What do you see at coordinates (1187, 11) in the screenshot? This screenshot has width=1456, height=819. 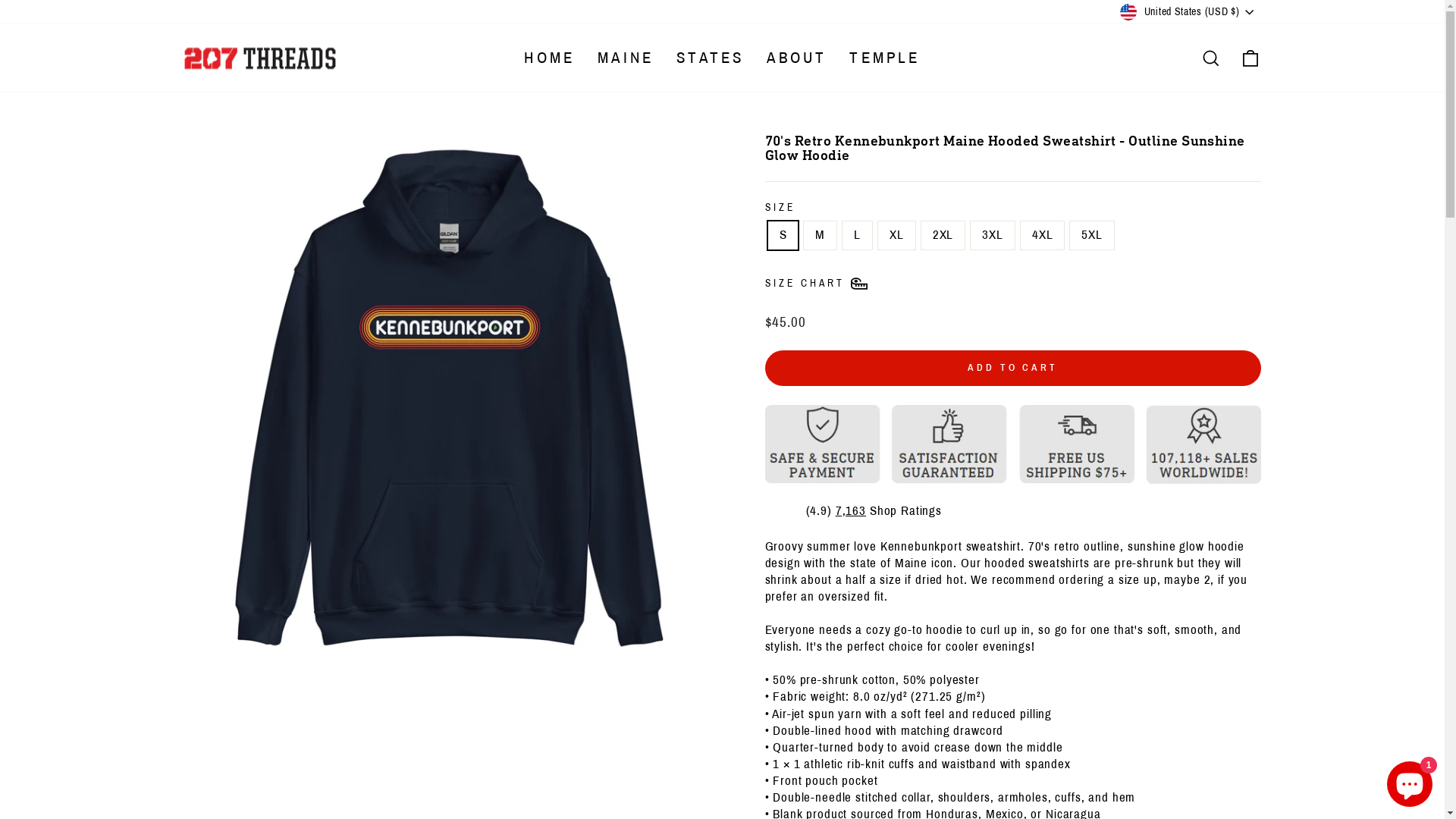 I see `'United States (USD $)'` at bounding box center [1187, 11].